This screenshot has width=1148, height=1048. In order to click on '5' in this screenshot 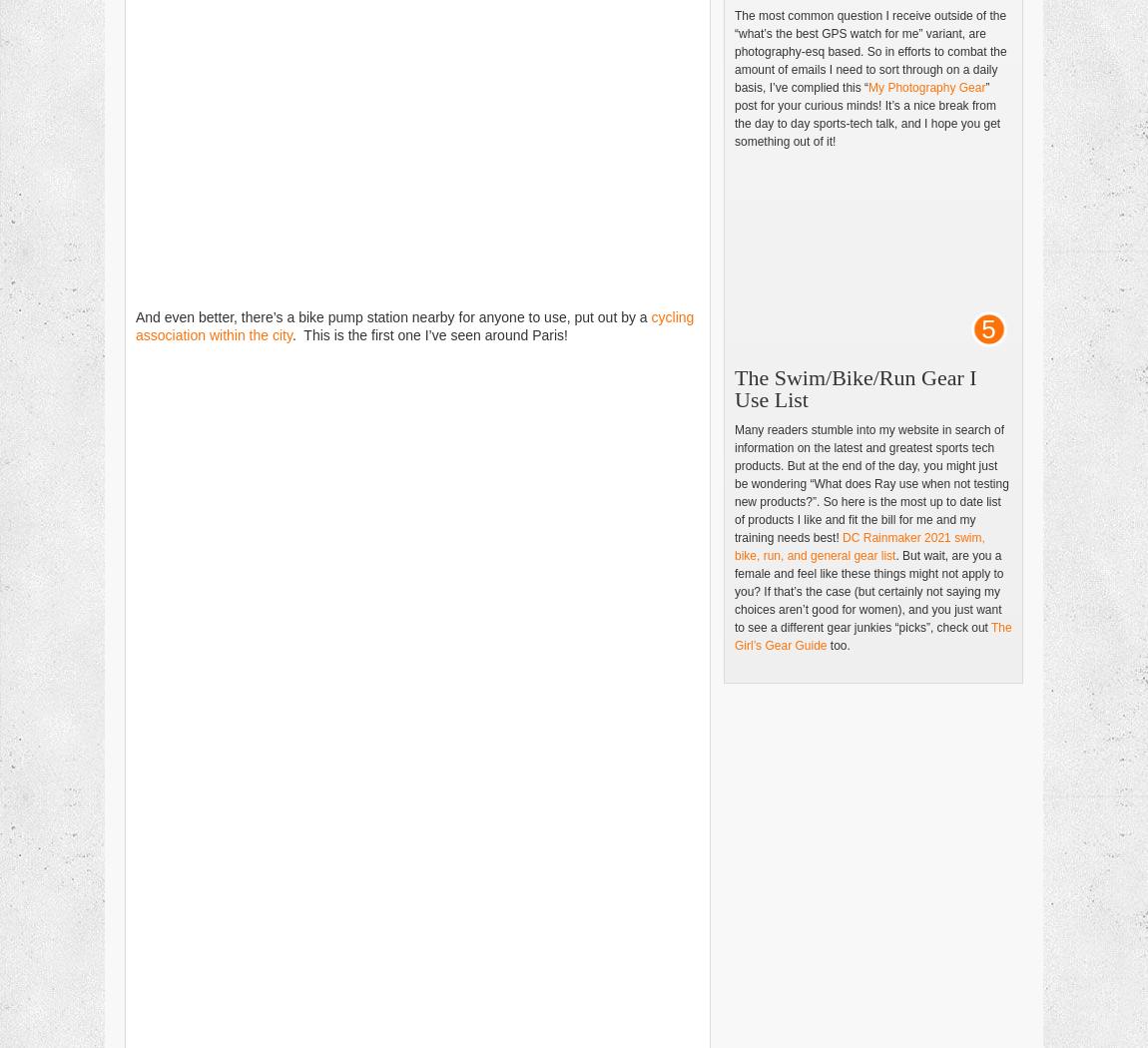, I will do `click(988, 329)`.